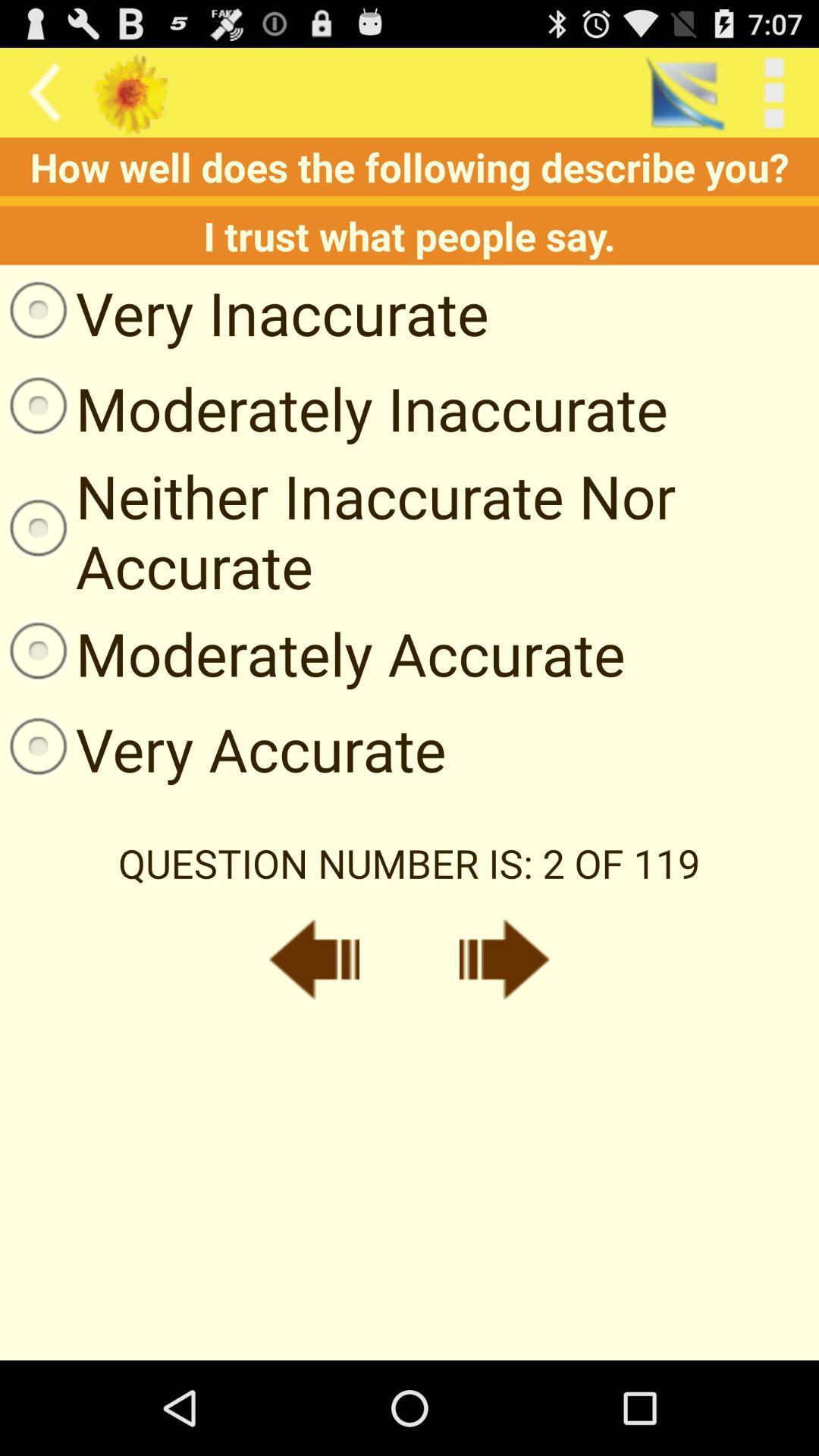  Describe the element at coordinates (313, 959) in the screenshot. I see `previous` at that location.